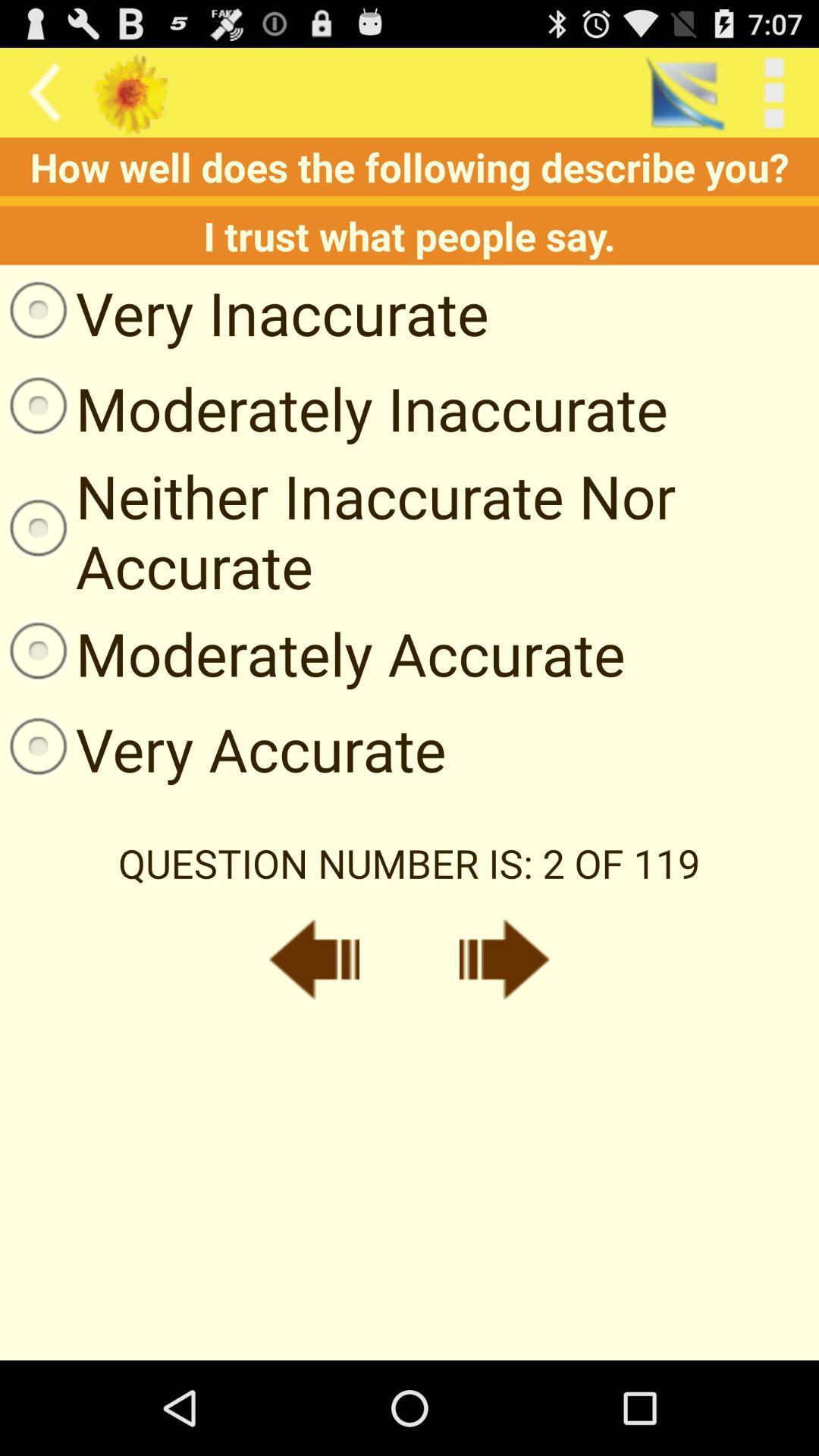  Describe the element at coordinates (313, 959) in the screenshot. I see `previous` at that location.